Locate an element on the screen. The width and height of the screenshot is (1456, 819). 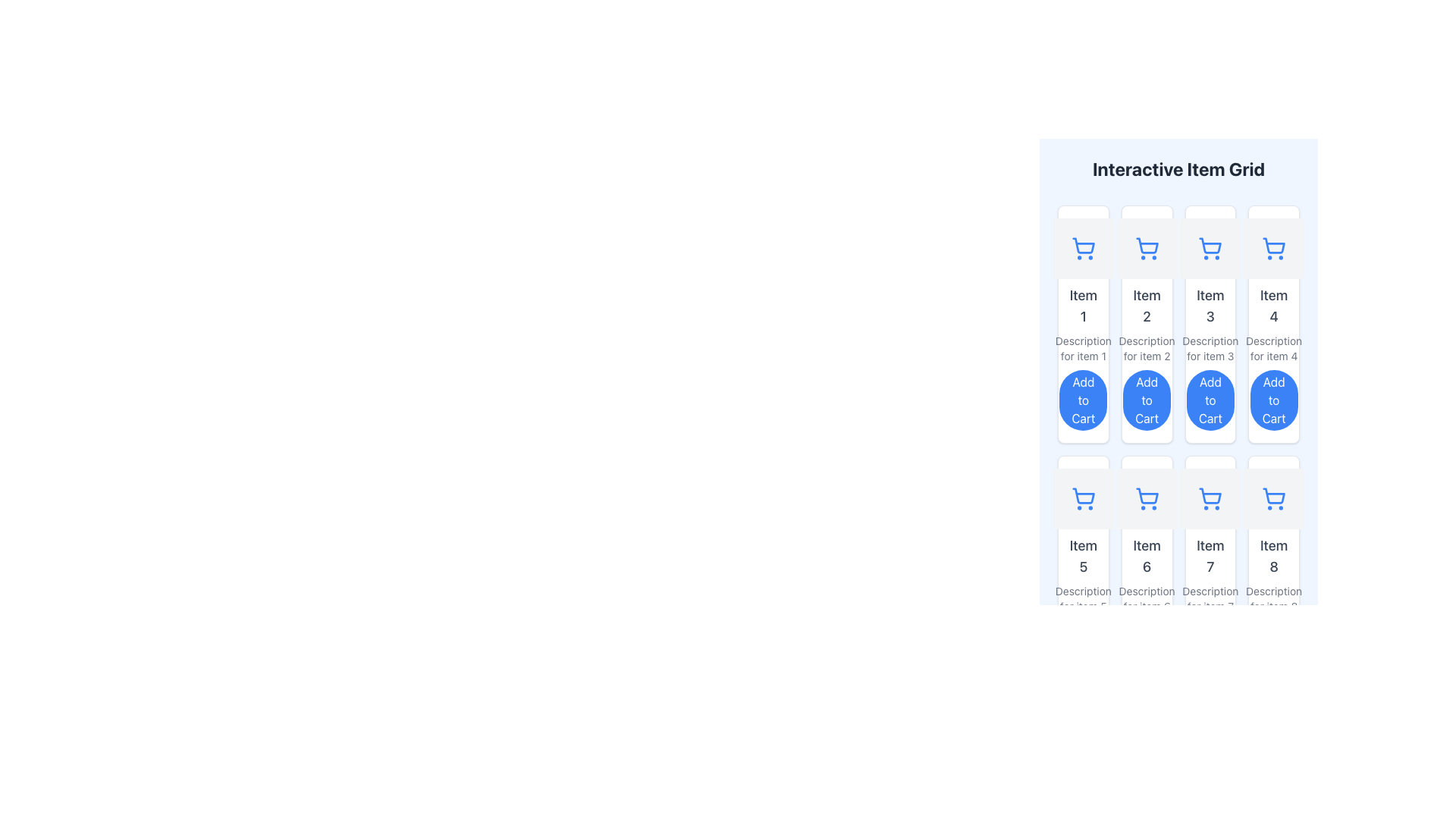
the blue 'Add to Cart' button located beneath the description 'Description for item 3' to activate its hover state is located at coordinates (1210, 400).